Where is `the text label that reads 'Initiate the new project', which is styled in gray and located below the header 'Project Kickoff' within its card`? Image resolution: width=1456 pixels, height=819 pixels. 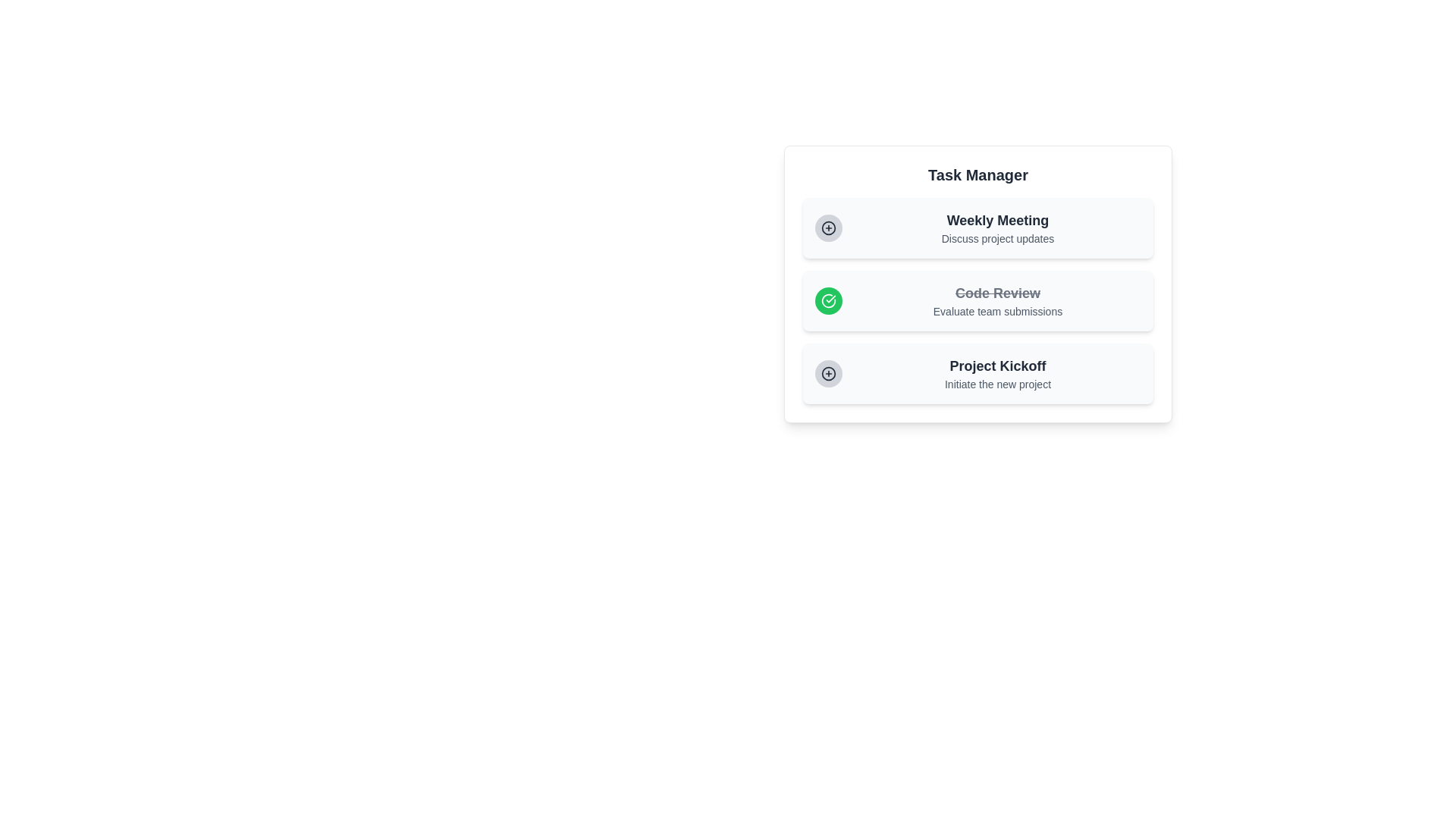
the text label that reads 'Initiate the new project', which is styled in gray and located below the header 'Project Kickoff' within its card is located at coordinates (997, 383).